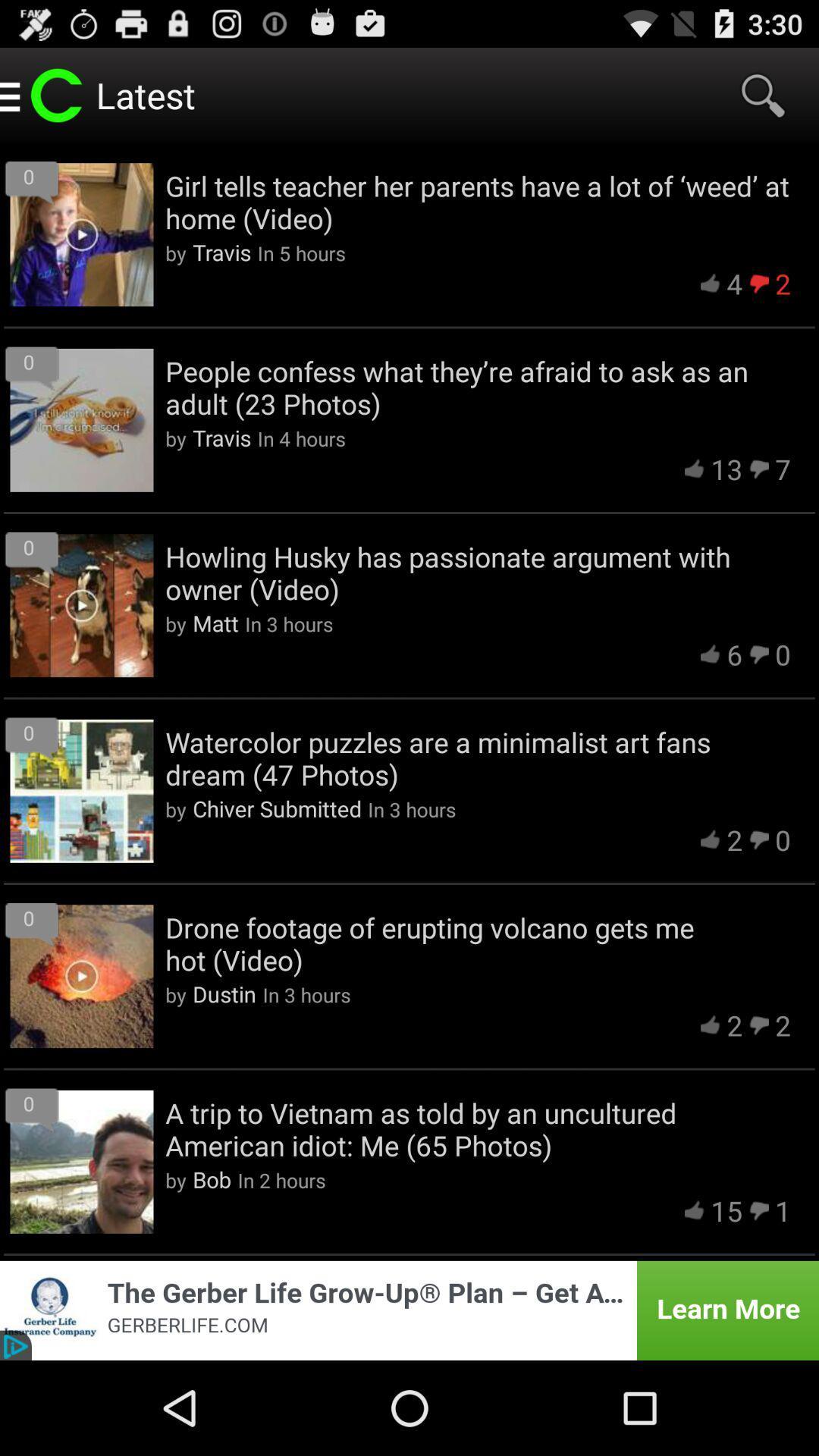 This screenshot has width=819, height=1456. What do you see at coordinates (215, 623) in the screenshot?
I see `item to the left of the in 3 hours icon` at bounding box center [215, 623].